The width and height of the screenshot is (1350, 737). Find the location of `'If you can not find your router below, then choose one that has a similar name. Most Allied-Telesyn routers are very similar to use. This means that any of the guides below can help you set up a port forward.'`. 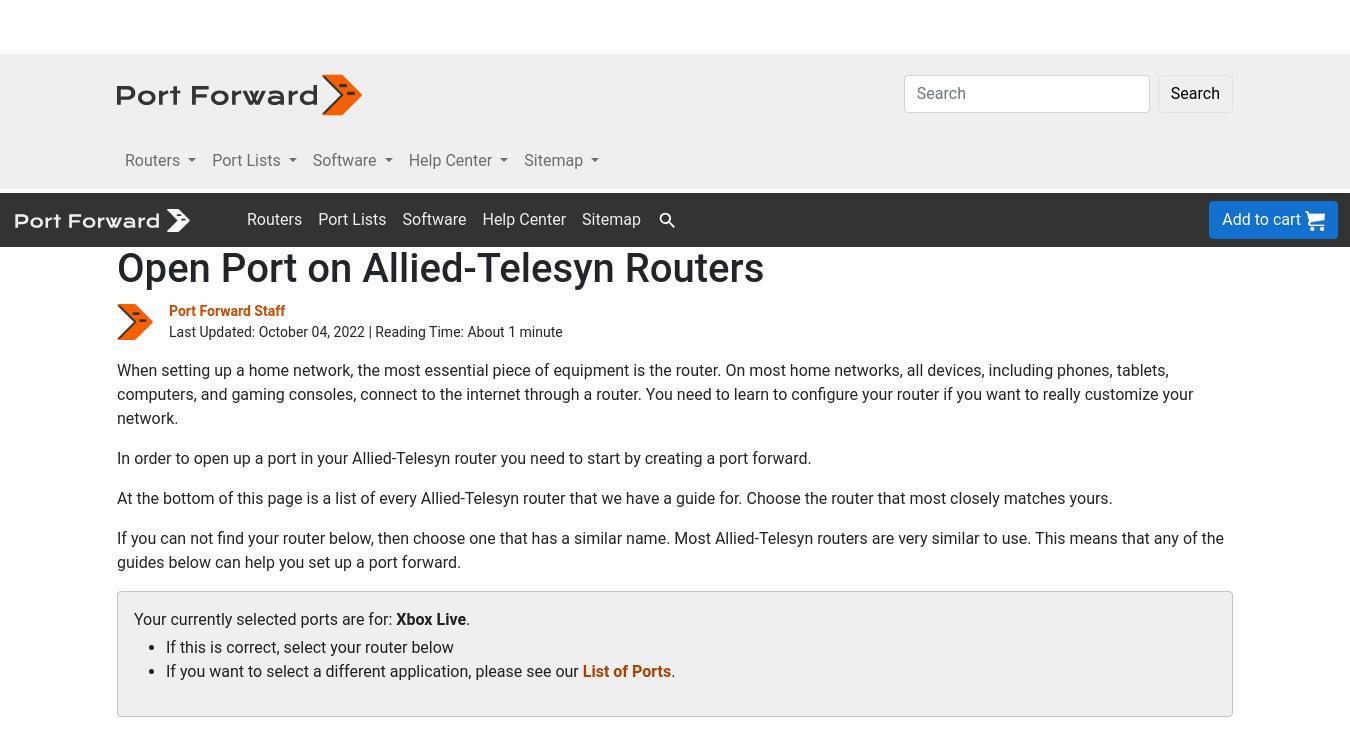

'If you can not find your router below, then choose one that has a similar name. Most Allied-Telesyn routers are very similar to use. This means that any of the guides below can help you set up a port forward.' is located at coordinates (670, 356).